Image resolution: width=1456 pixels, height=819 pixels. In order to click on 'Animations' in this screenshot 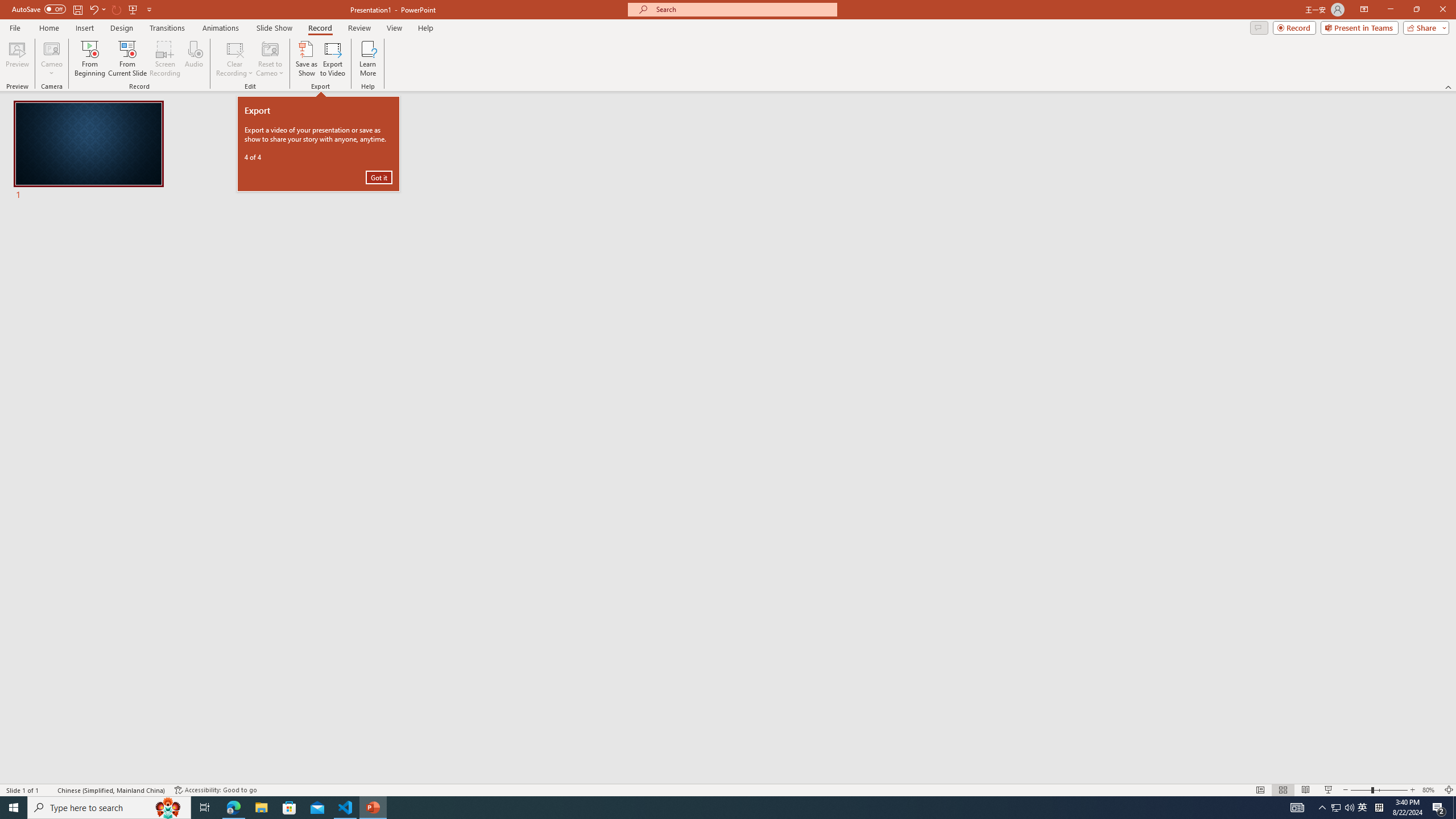, I will do `click(220, 28)`.